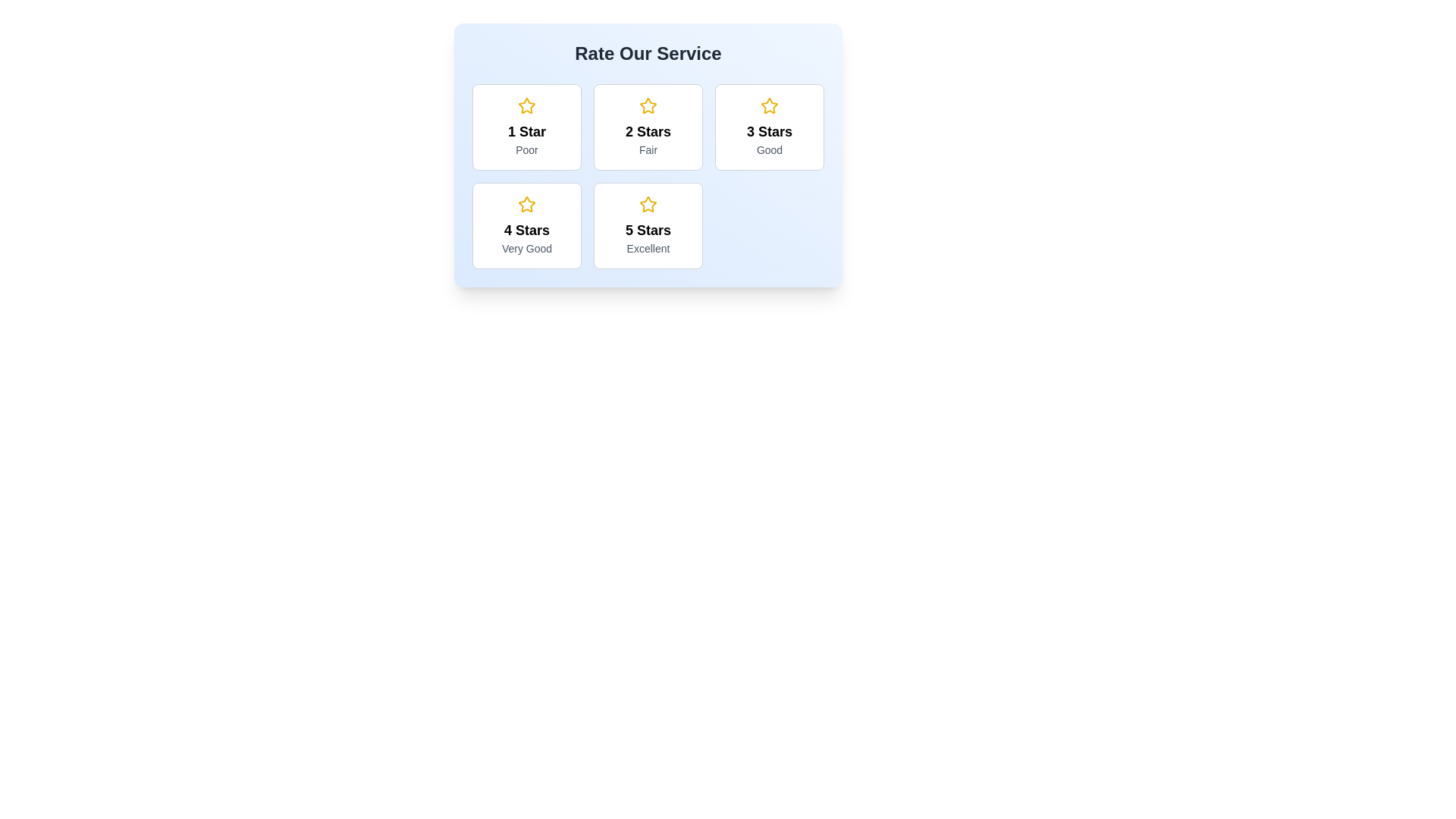 The height and width of the screenshot is (819, 1456). What do you see at coordinates (648, 105) in the screenshot?
I see `the second star icon in the rating options` at bounding box center [648, 105].